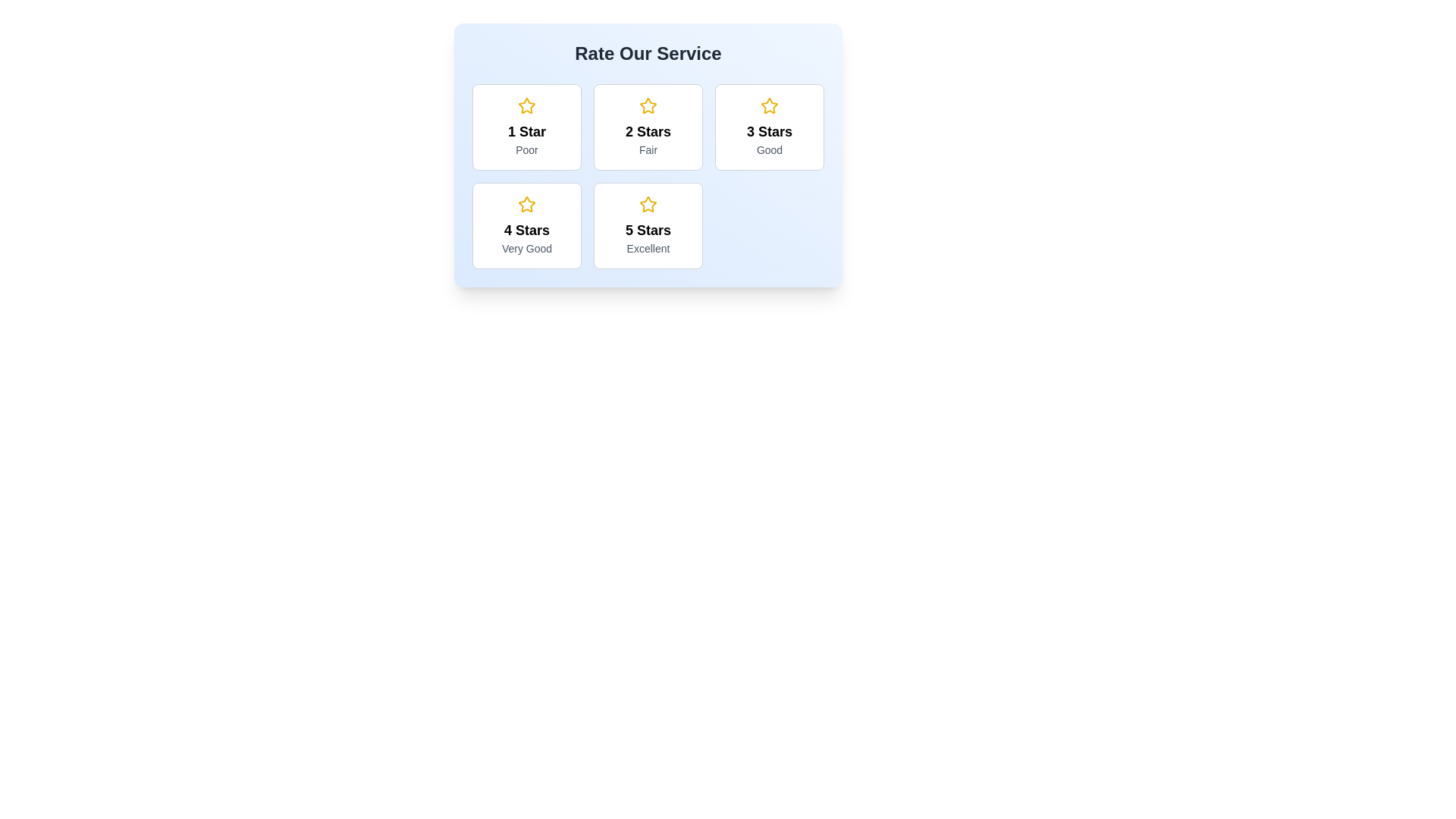 The height and width of the screenshot is (819, 1456). What do you see at coordinates (648, 105) in the screenshot?
I see `the second star icon in the rating options` at bounding box center [648, 105].